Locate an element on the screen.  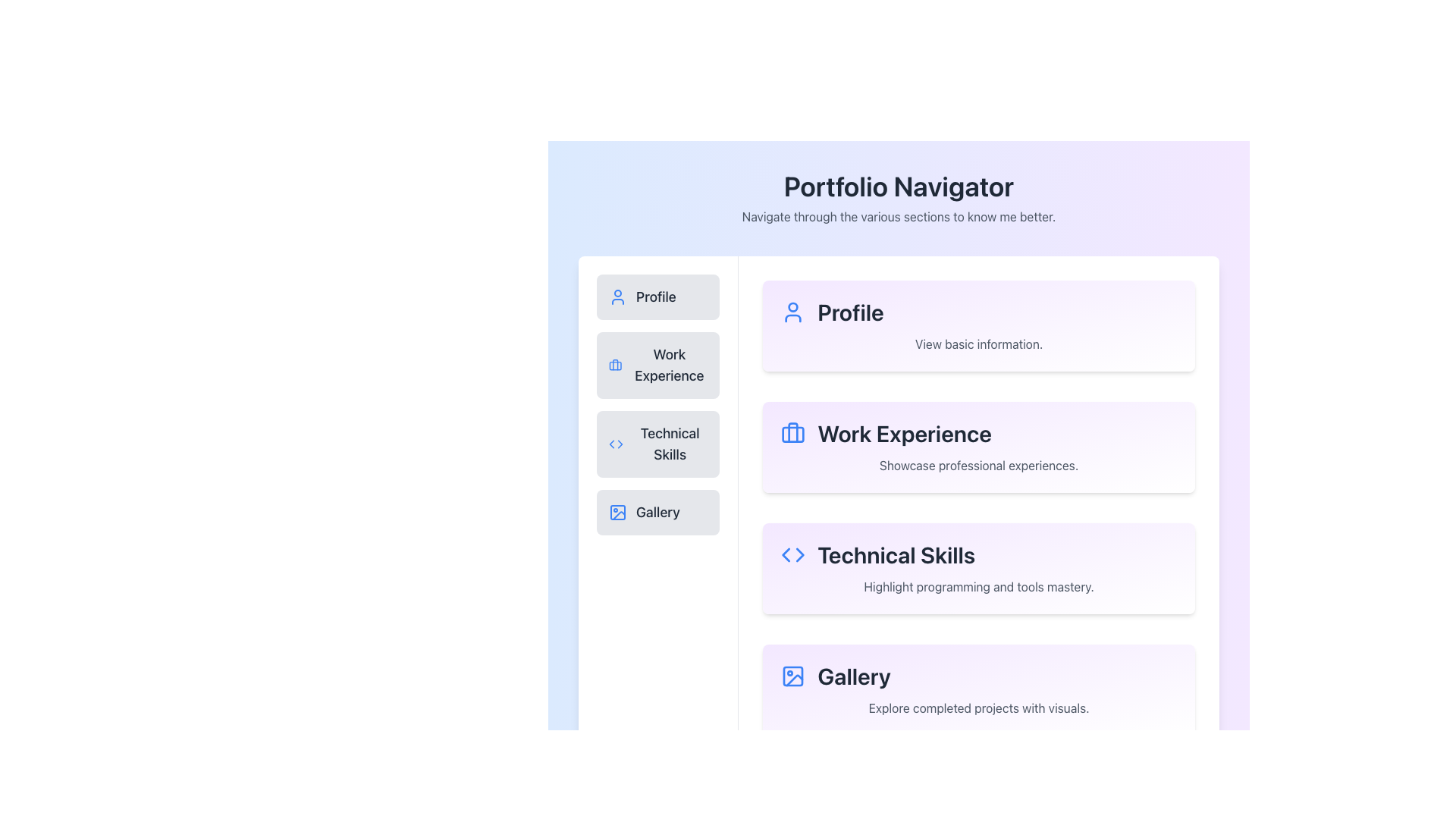
the descriptive subtitle text block located below the 'Work Experience' heading is located at coordinates (979, 464).